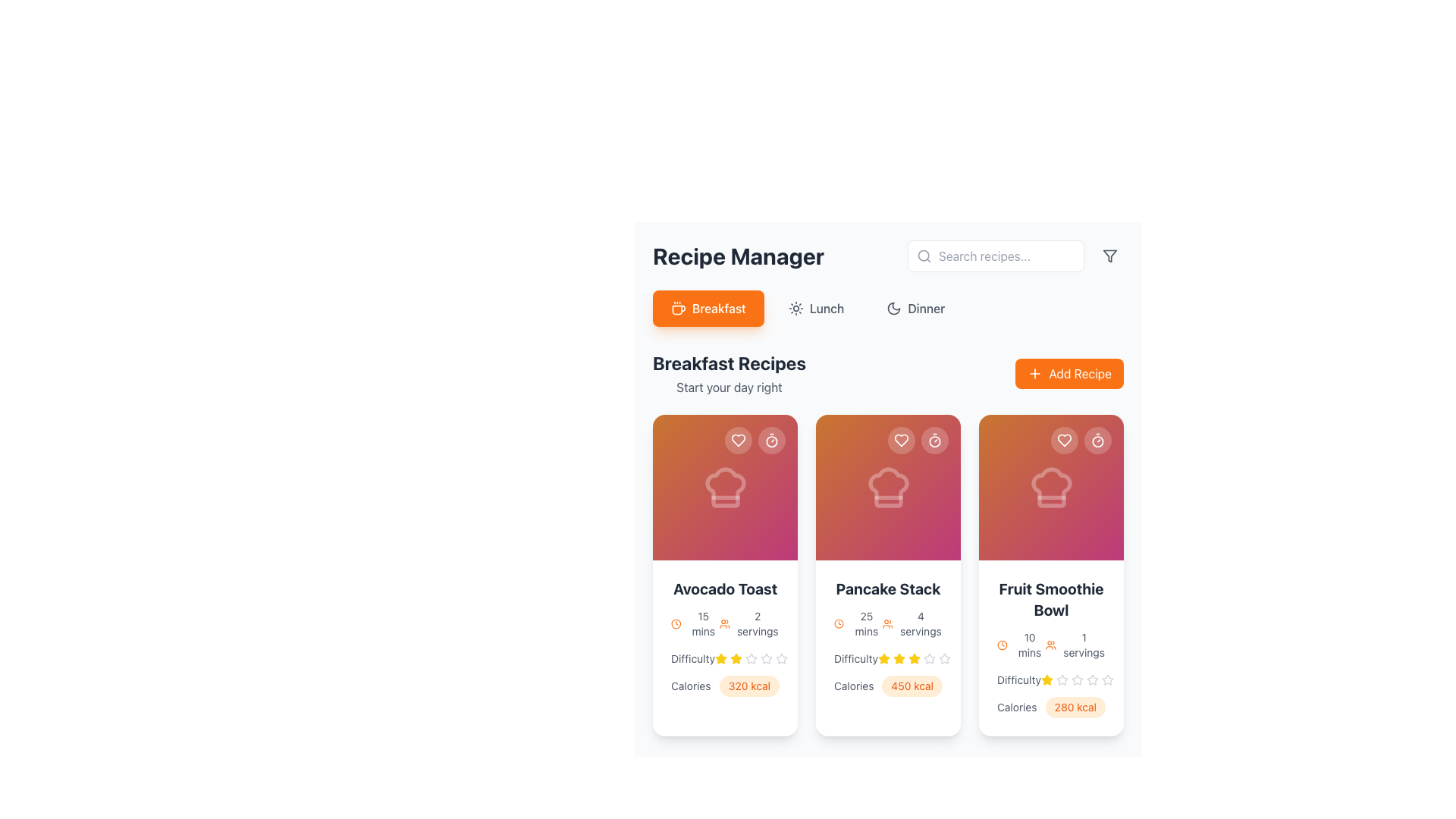 The height and width of the screenshot is (819, 1456). What do you see at coordinates (694, 623) in the screenshot?
I see `the non-interactive text label displaying the preparation time for the recipe 'Avocado Toast', located below the title and next to an orange clock icon` at bounding box center [694, 623].